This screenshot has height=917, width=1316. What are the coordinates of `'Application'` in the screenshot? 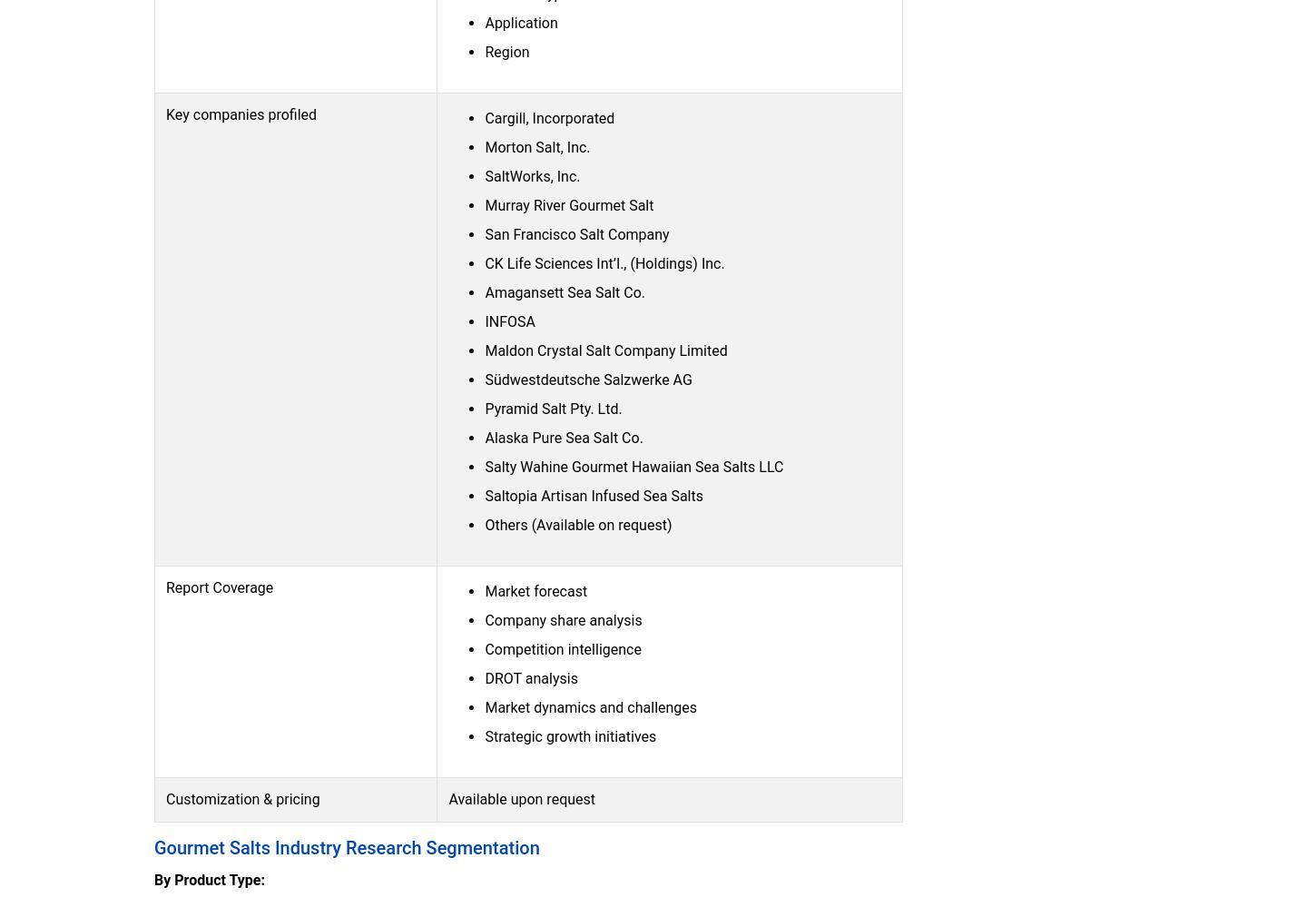 It's located at (521, 21).